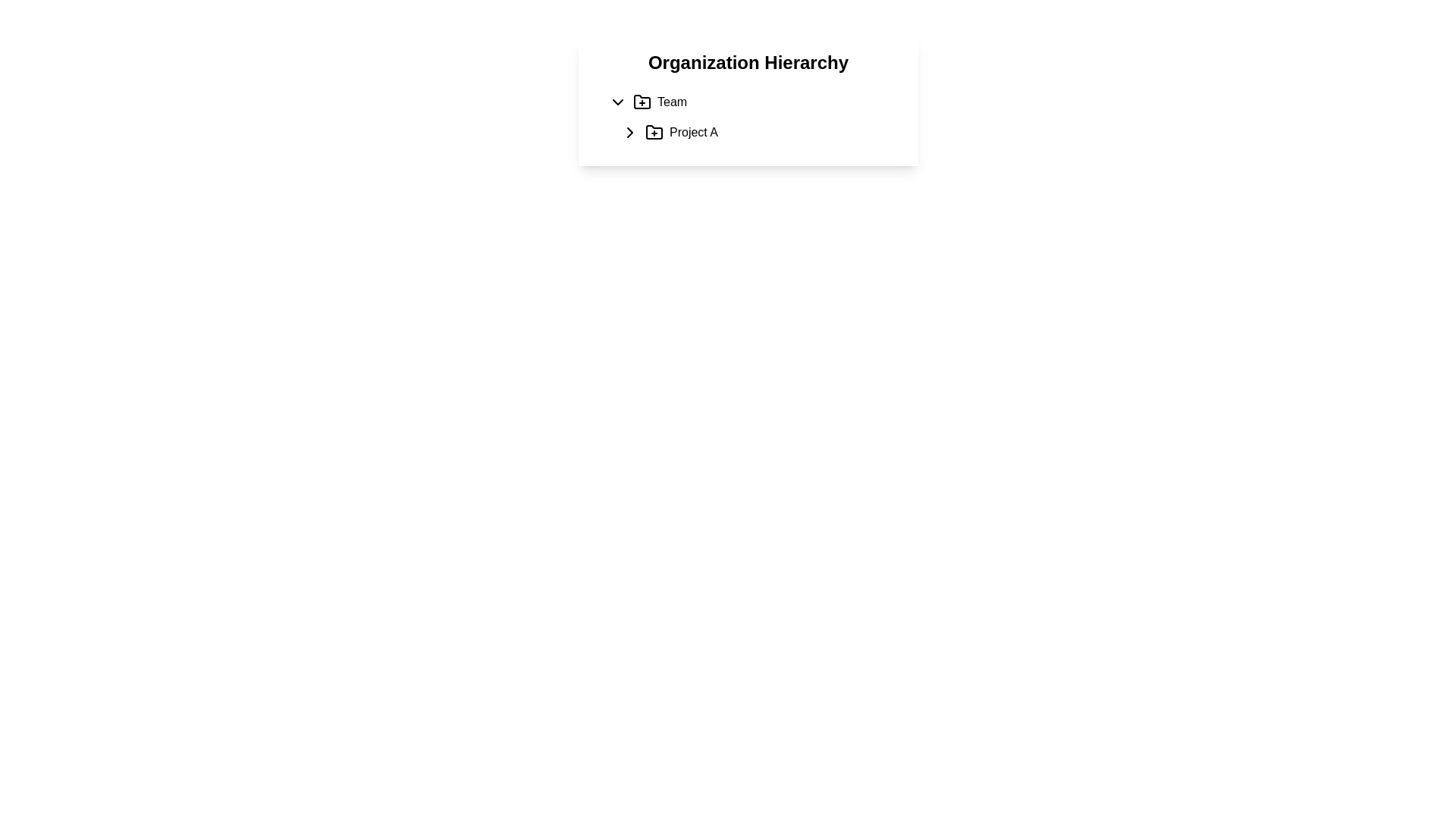 This screenshot has height=819, width=1456. I want to click on the 'Project A' list item within the hierarchical tree structure to focus on it, so click(754, 116).